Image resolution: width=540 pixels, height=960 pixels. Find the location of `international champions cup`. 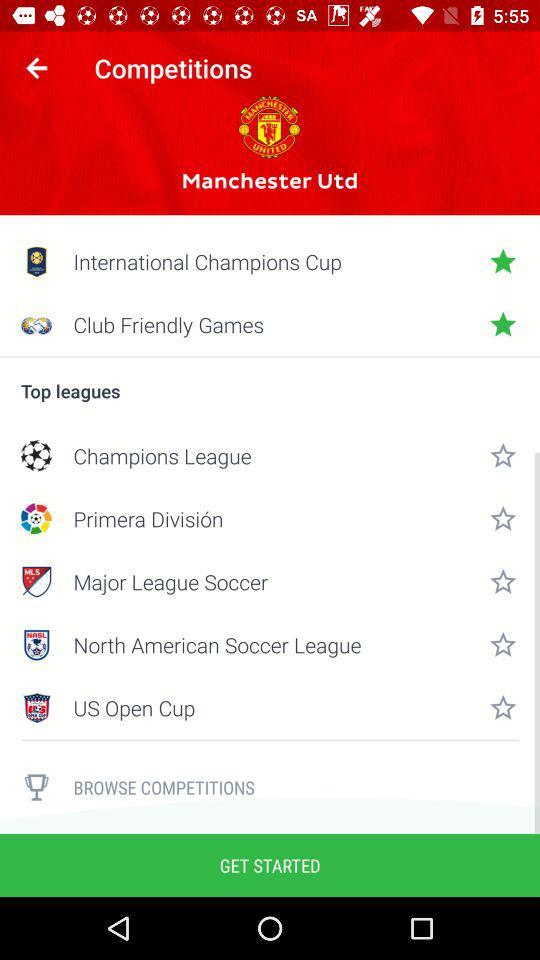

international champions cup is located at coordinates (270, 260).